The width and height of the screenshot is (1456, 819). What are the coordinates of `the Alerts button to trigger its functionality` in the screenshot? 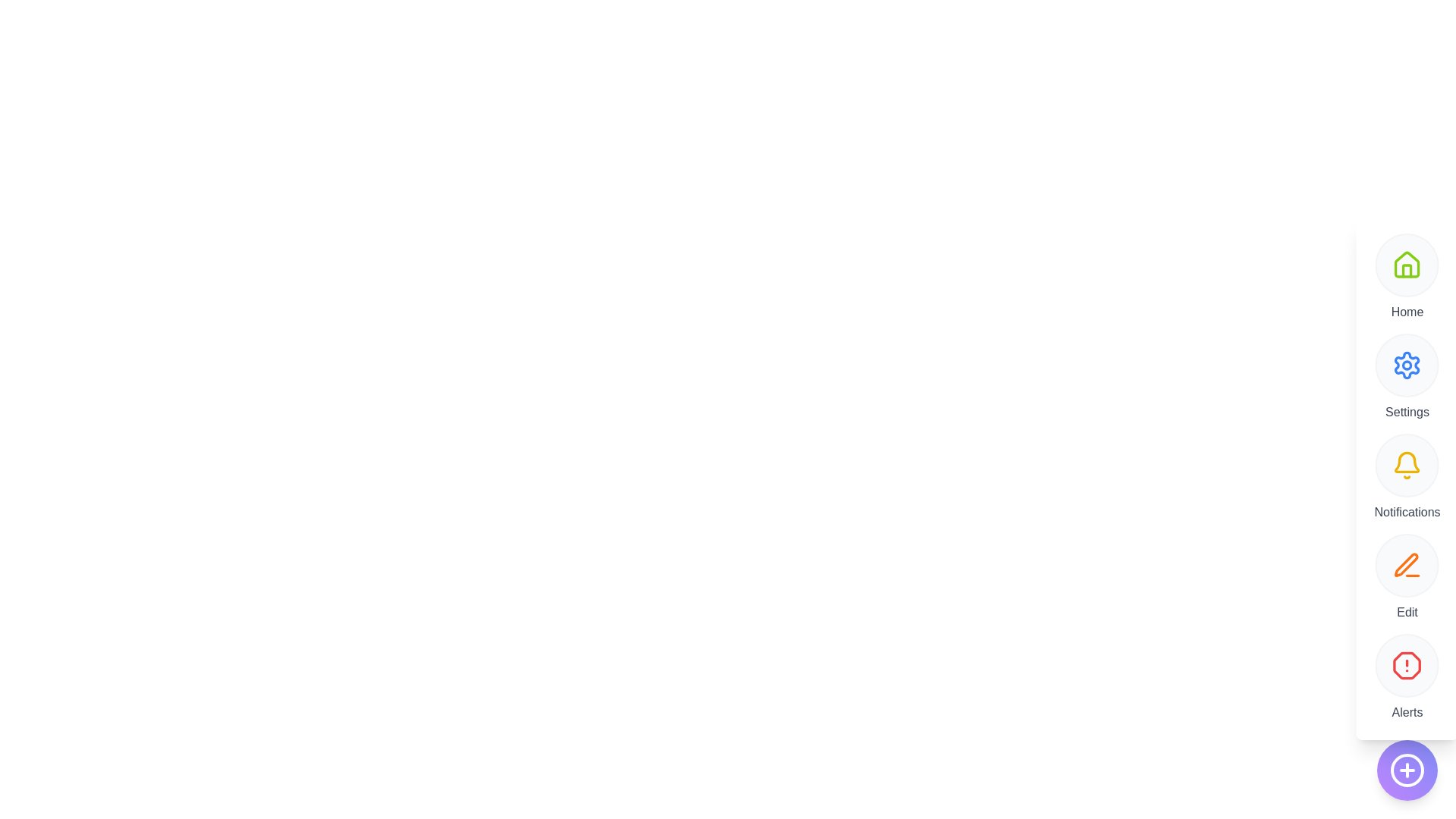 It's located at (1407, 665).